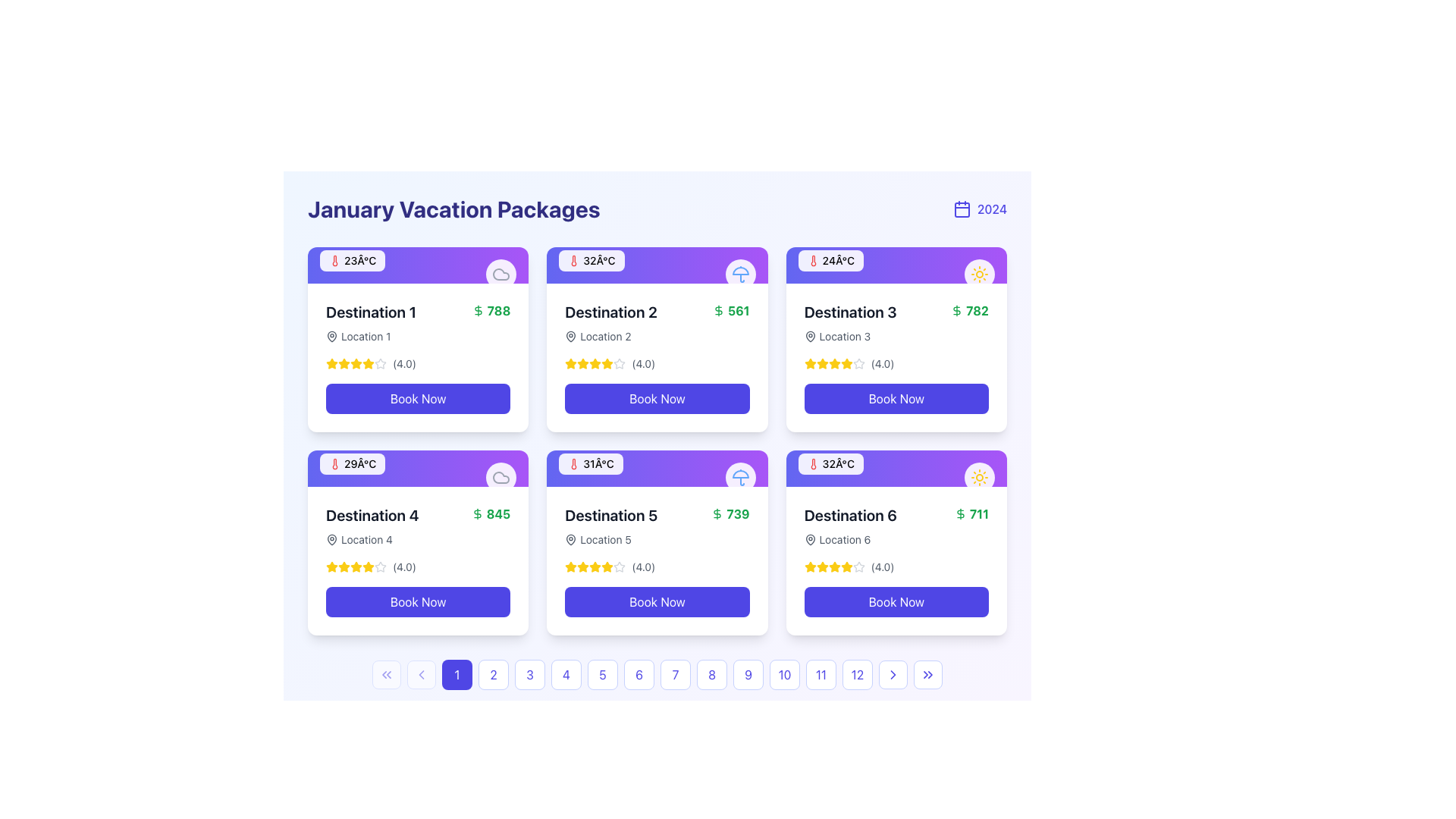 This screenshot has height=819, width=1456. I want to click on the third star in the rating system for 'Destination 6' which visually denotes a rating of 3 stars, so click(833, 567).